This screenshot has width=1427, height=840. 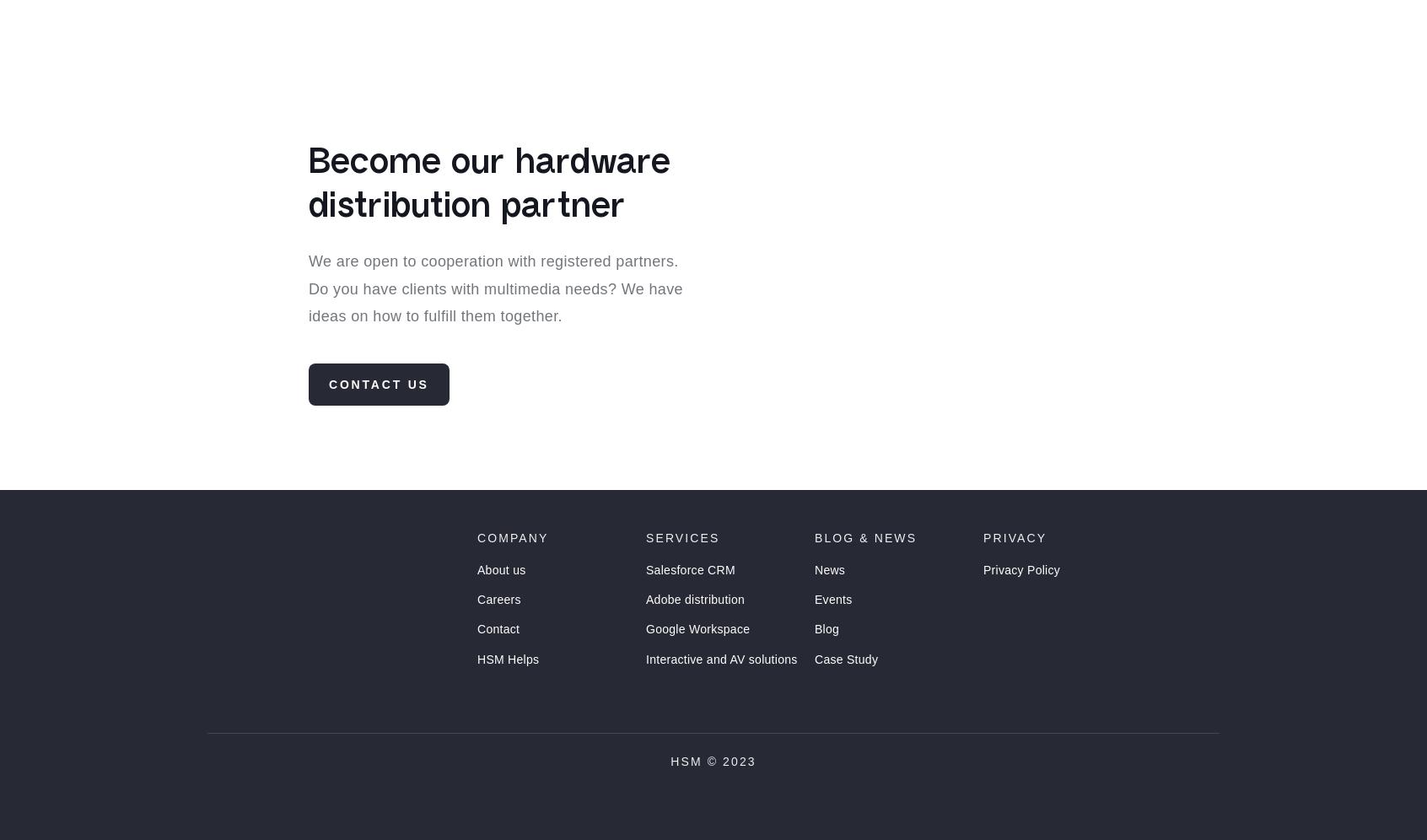 What do you see at coordinates (864, 568) in the screenshot?
I see `'Blog & News'` at bounding box center [864, 568].